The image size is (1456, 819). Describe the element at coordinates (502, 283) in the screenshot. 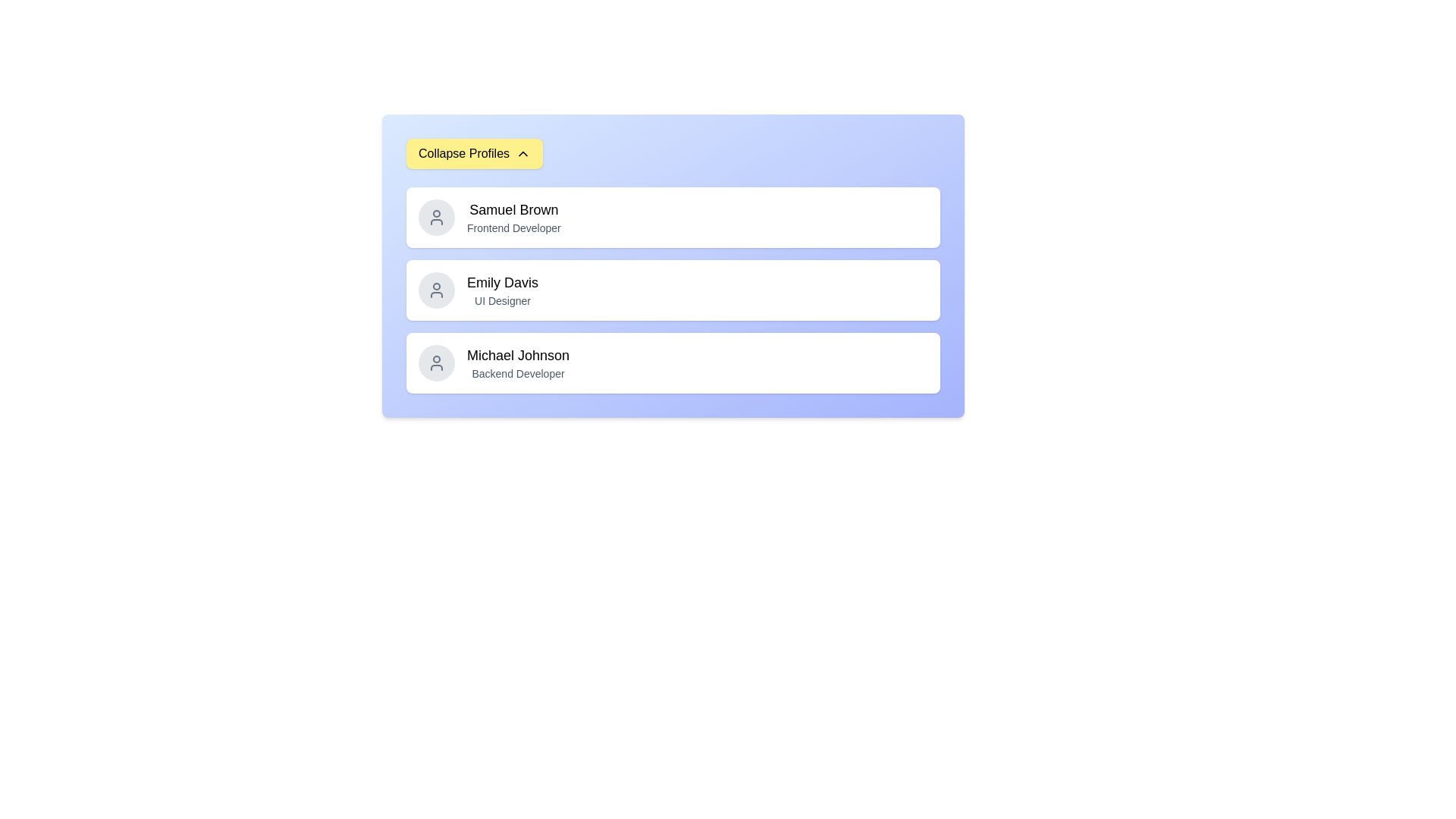

I see `the static text label displaying 'Emily Davis', which is the top text component in the user information card above the label 'UI Designer'` at that location.